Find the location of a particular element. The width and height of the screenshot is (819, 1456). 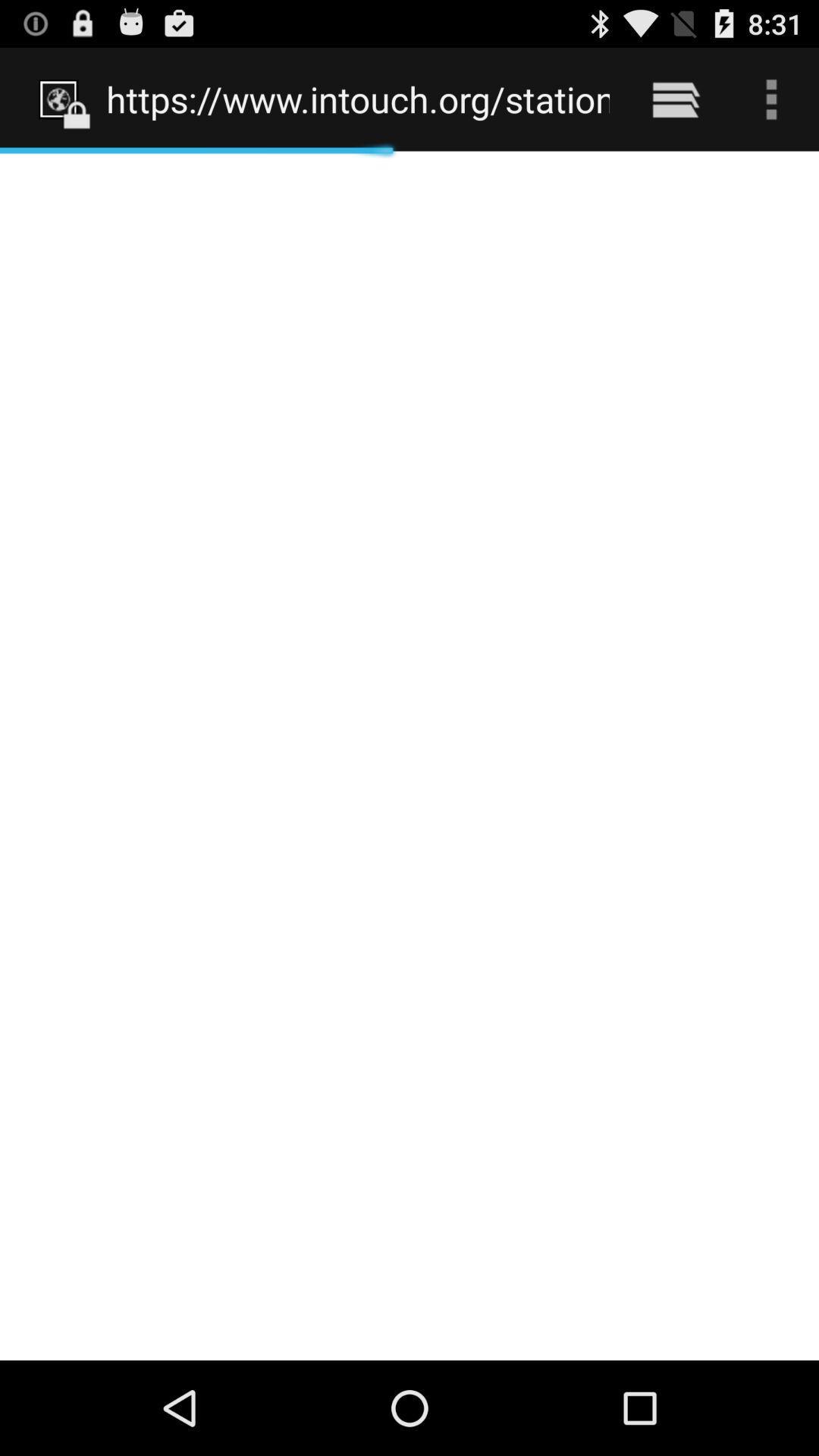

the https www intouch is located at coordinates (358, 99).